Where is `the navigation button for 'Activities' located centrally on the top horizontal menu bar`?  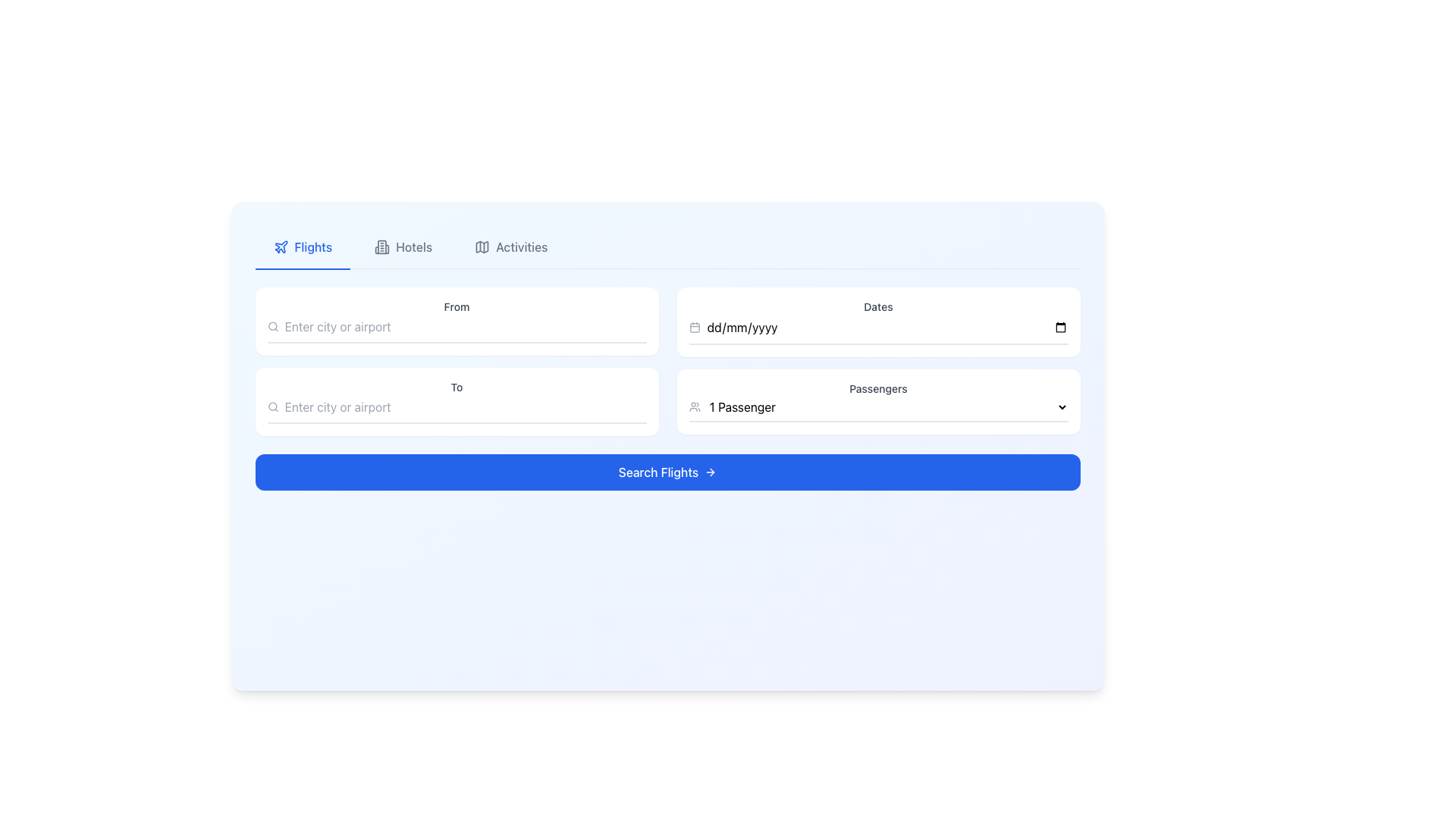
the navigation button for 'Activities' located centrally on the top horizontal menu bar is located at coordinates (511, 246).